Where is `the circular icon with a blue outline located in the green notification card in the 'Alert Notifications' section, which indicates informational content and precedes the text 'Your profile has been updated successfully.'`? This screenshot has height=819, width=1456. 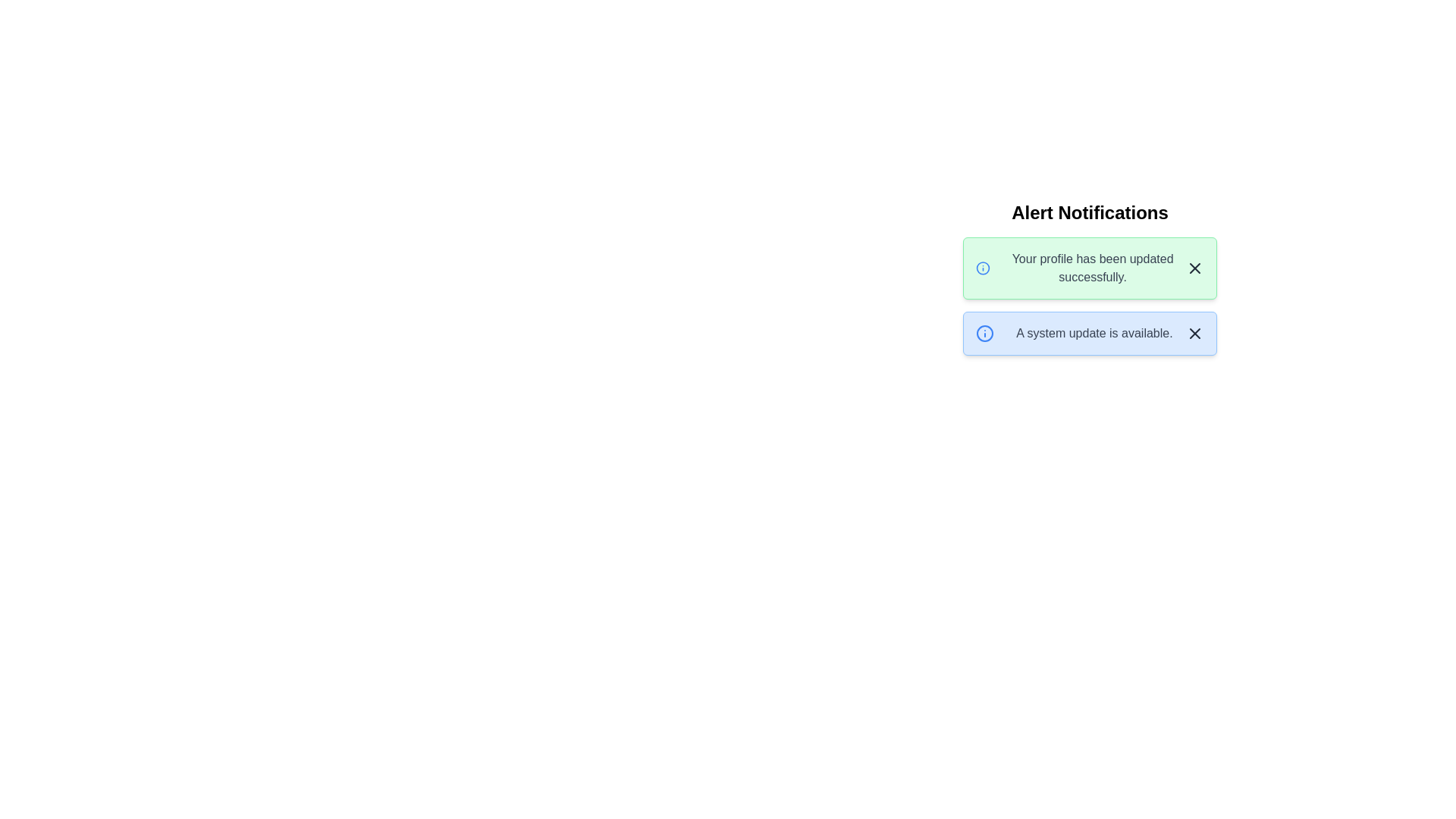
the circular icon with a blue outline located in the green notification card in the 'Alert Notifications' section, which indicates informational content and precedes the text 'Your profile has been updated successfully.' is located at coordinates (983, 268).